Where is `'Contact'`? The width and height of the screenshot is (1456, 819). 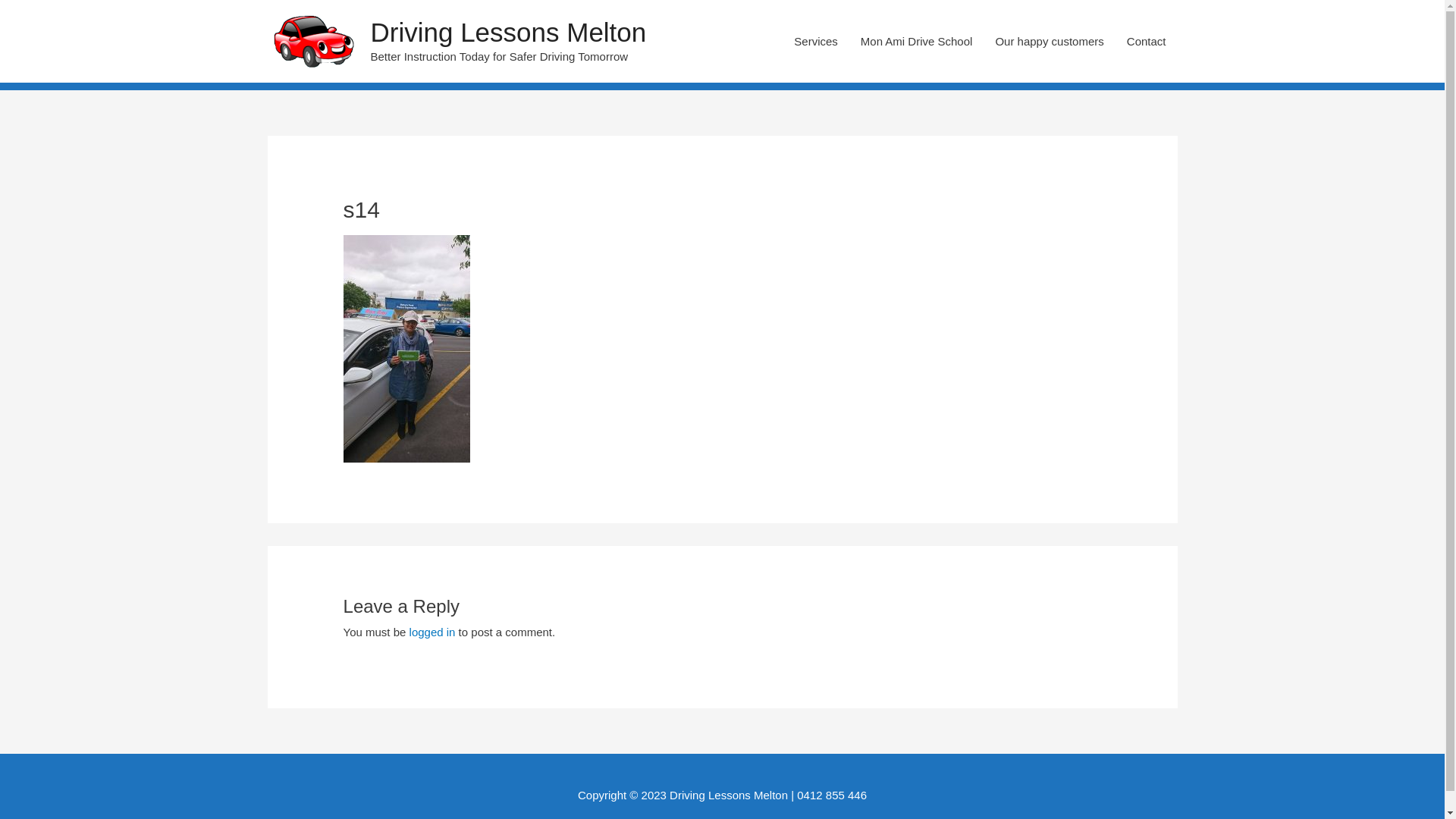
'Contact' is located at coordinates (1115, 40).